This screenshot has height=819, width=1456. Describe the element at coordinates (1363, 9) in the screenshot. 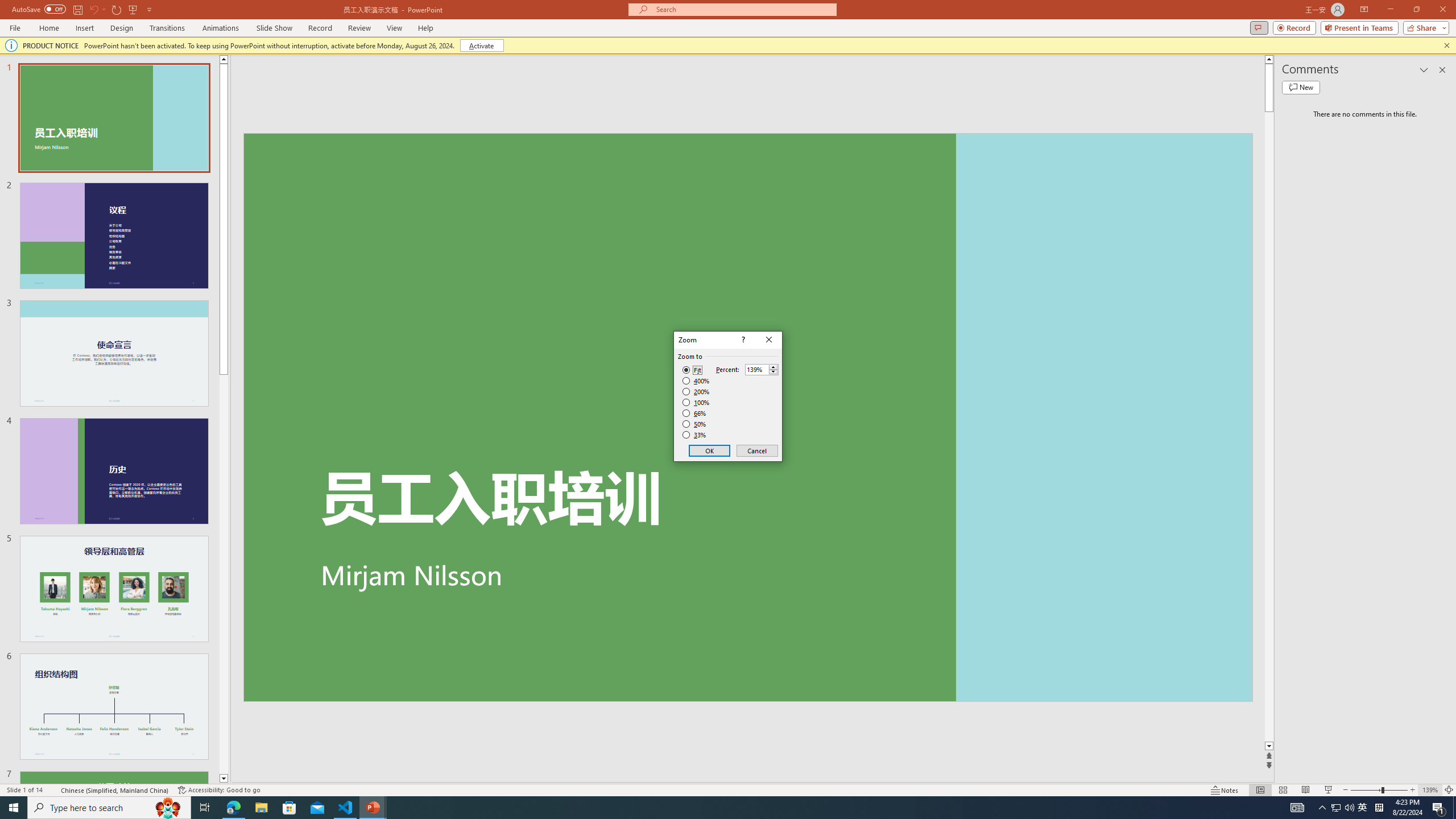

I see `'Ribbon Display Options'` at that location.